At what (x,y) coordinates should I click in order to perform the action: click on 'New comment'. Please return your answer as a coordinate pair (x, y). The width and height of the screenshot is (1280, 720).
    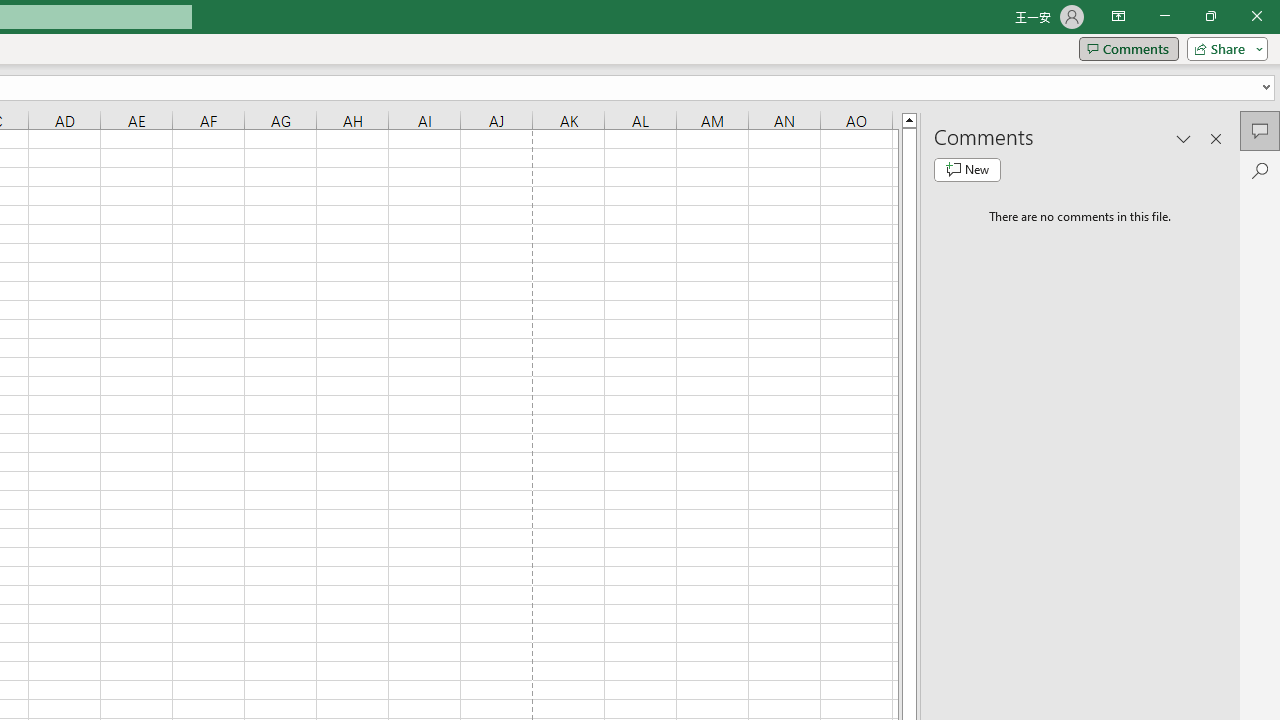
    Looking at the image, I should click on (967, 168).